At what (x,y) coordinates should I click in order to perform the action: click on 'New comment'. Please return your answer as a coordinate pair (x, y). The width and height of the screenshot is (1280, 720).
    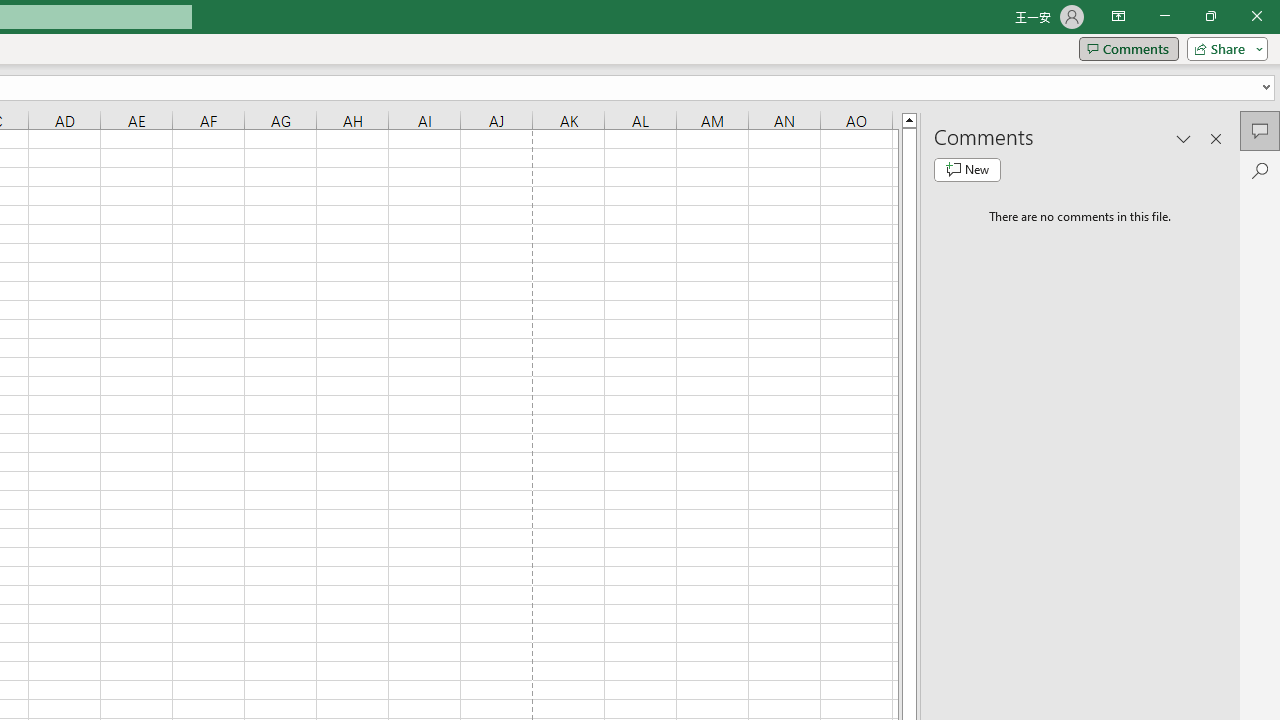
    Looking at the image, I should click on (967, 168).